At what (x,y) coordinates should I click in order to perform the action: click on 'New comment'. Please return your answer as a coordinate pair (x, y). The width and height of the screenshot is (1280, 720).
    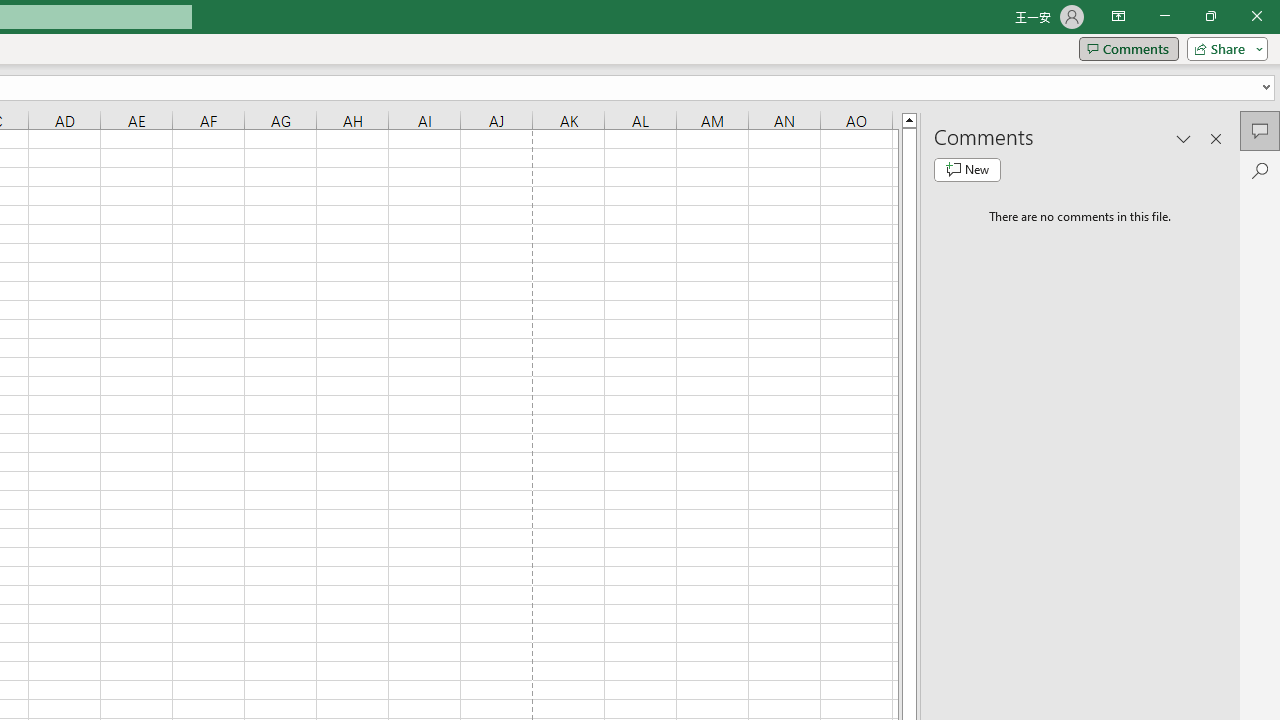
    Looking at the image, I should click on (967, 168).